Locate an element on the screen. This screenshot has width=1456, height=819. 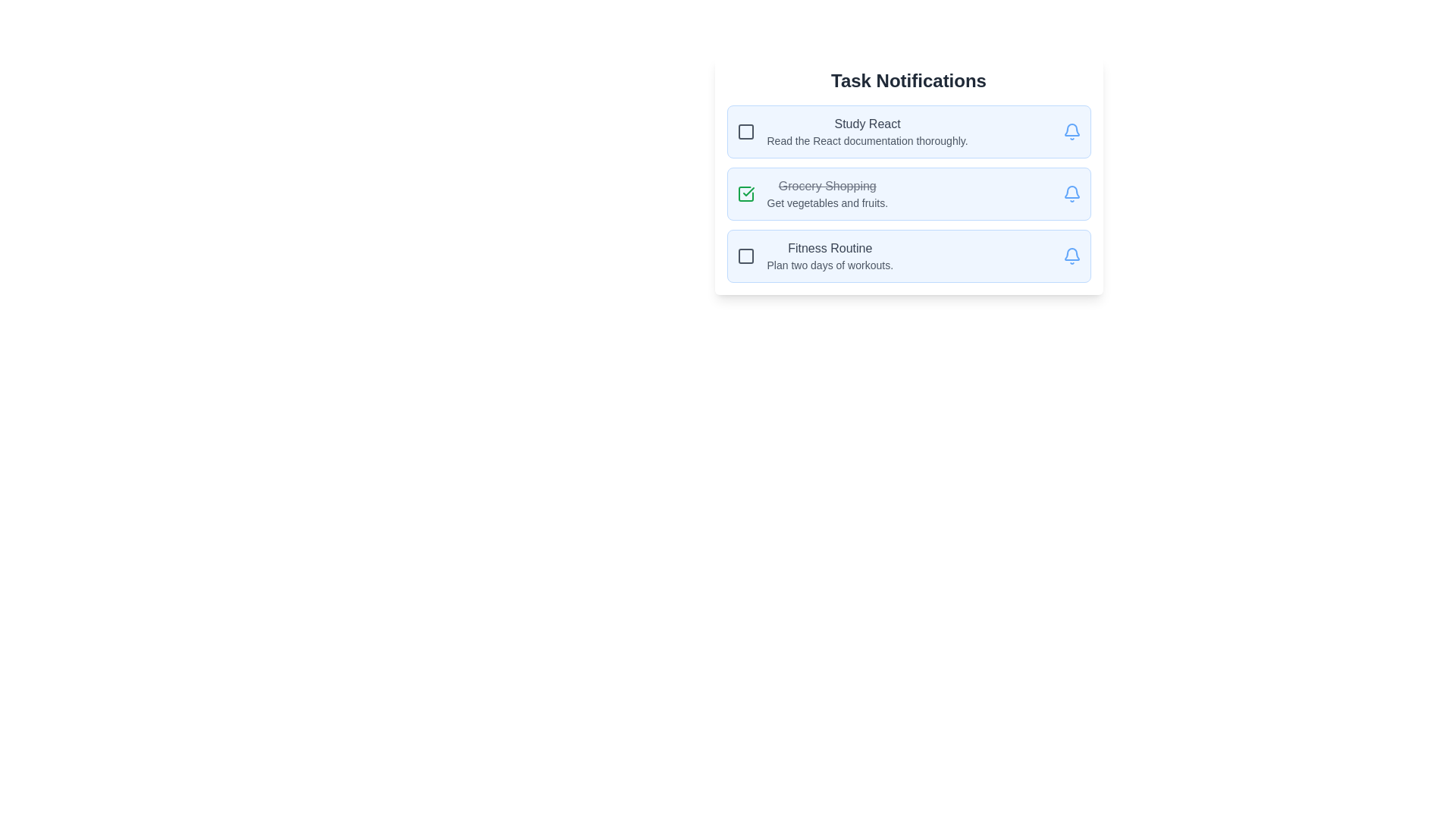
the 'Grocery Shopping' text label, which is styled with a line-through and indicates a completed task in the task list interface is located at coordinates (827, 186).